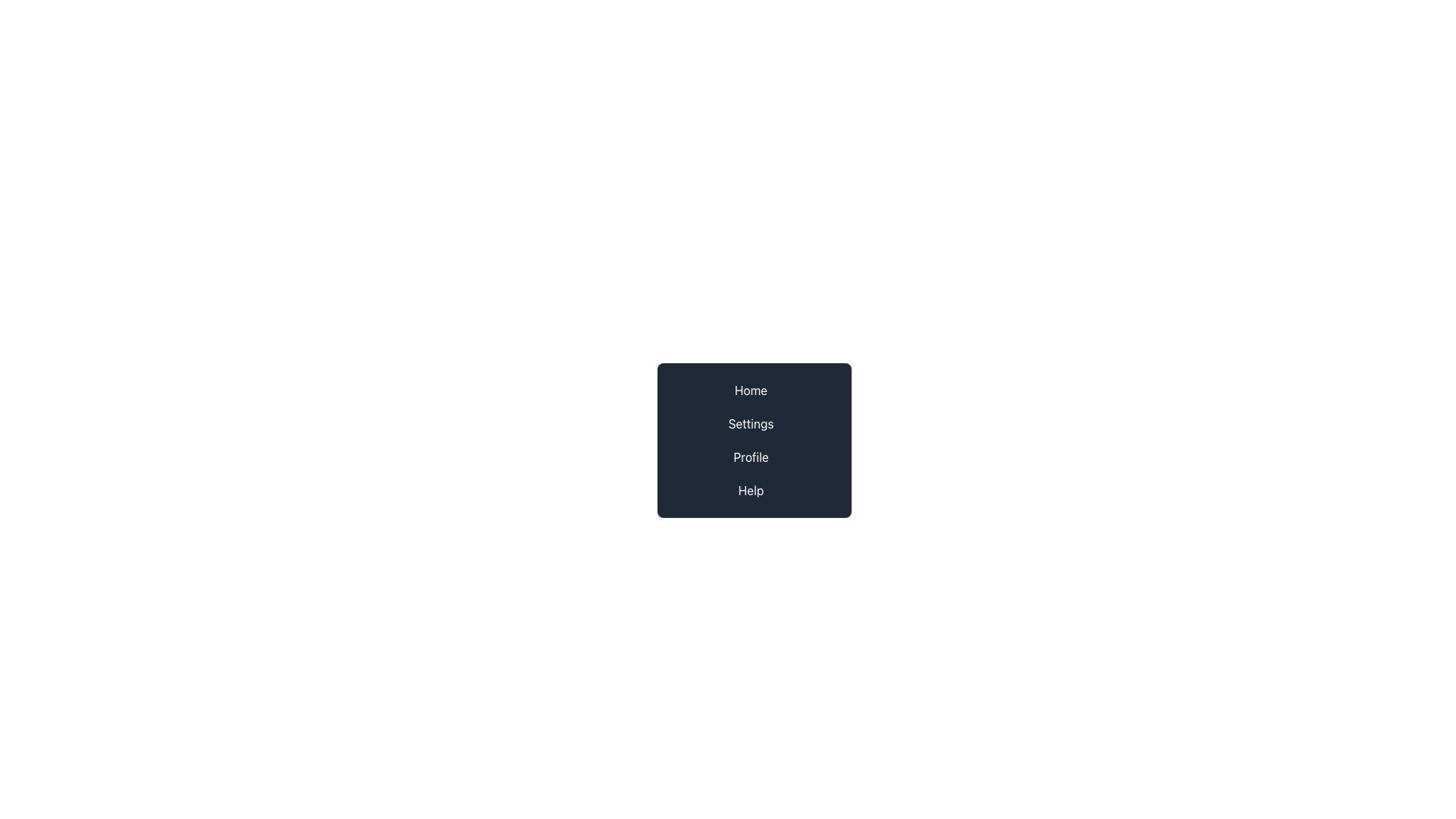 This screenshot has width=1456, height=819. Describe the element at coordinates (754, 456) in the screenshot. I see `the navigational button located between 'Settings' and 'Help' in the right-center menu to trigger visual changes` at that location.